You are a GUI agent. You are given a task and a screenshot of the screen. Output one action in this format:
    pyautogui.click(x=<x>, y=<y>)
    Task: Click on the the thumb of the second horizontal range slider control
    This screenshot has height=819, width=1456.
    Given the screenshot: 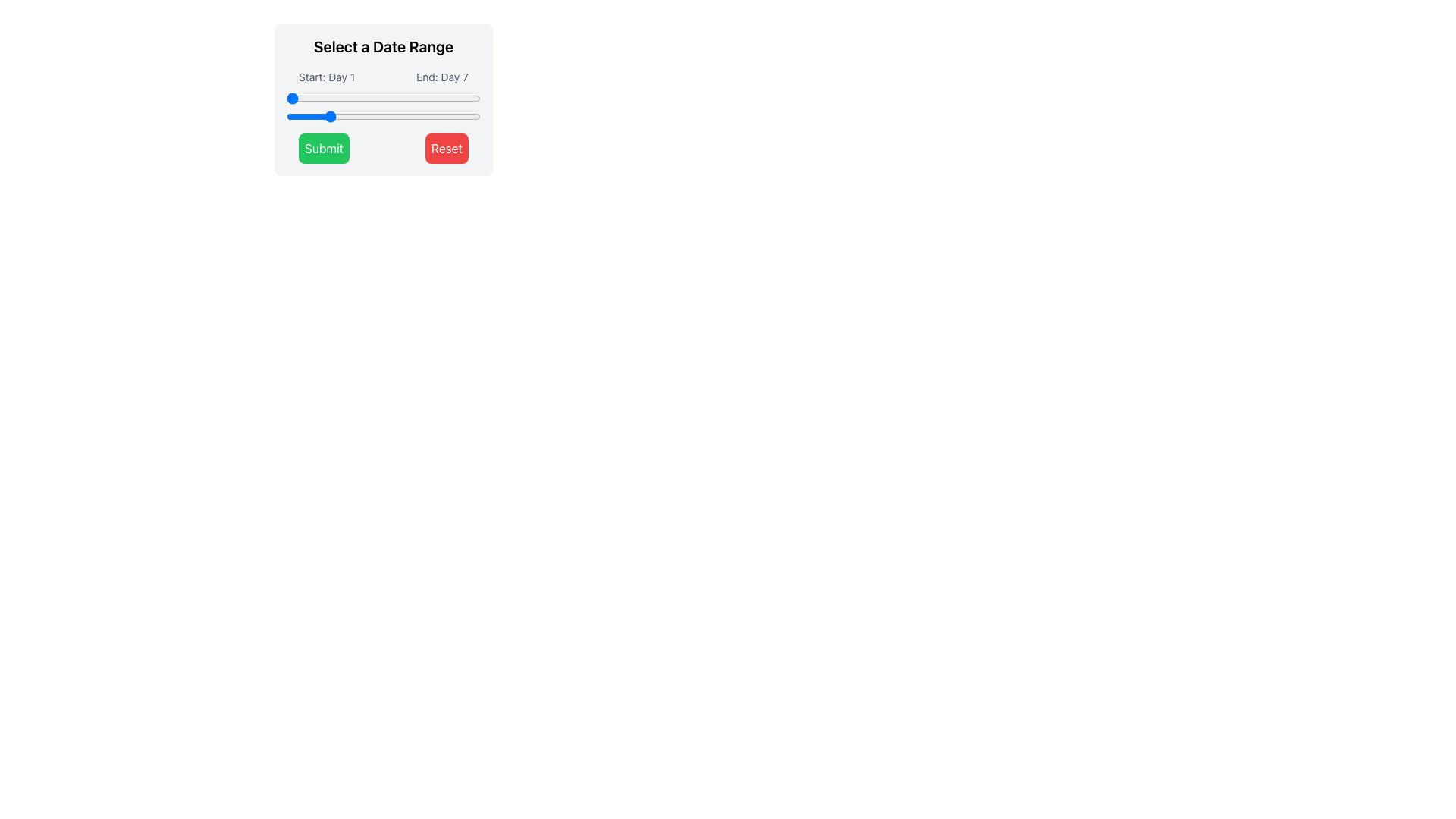 What is the action you would take?
    pyautogui.click(x=383, y=116)
    